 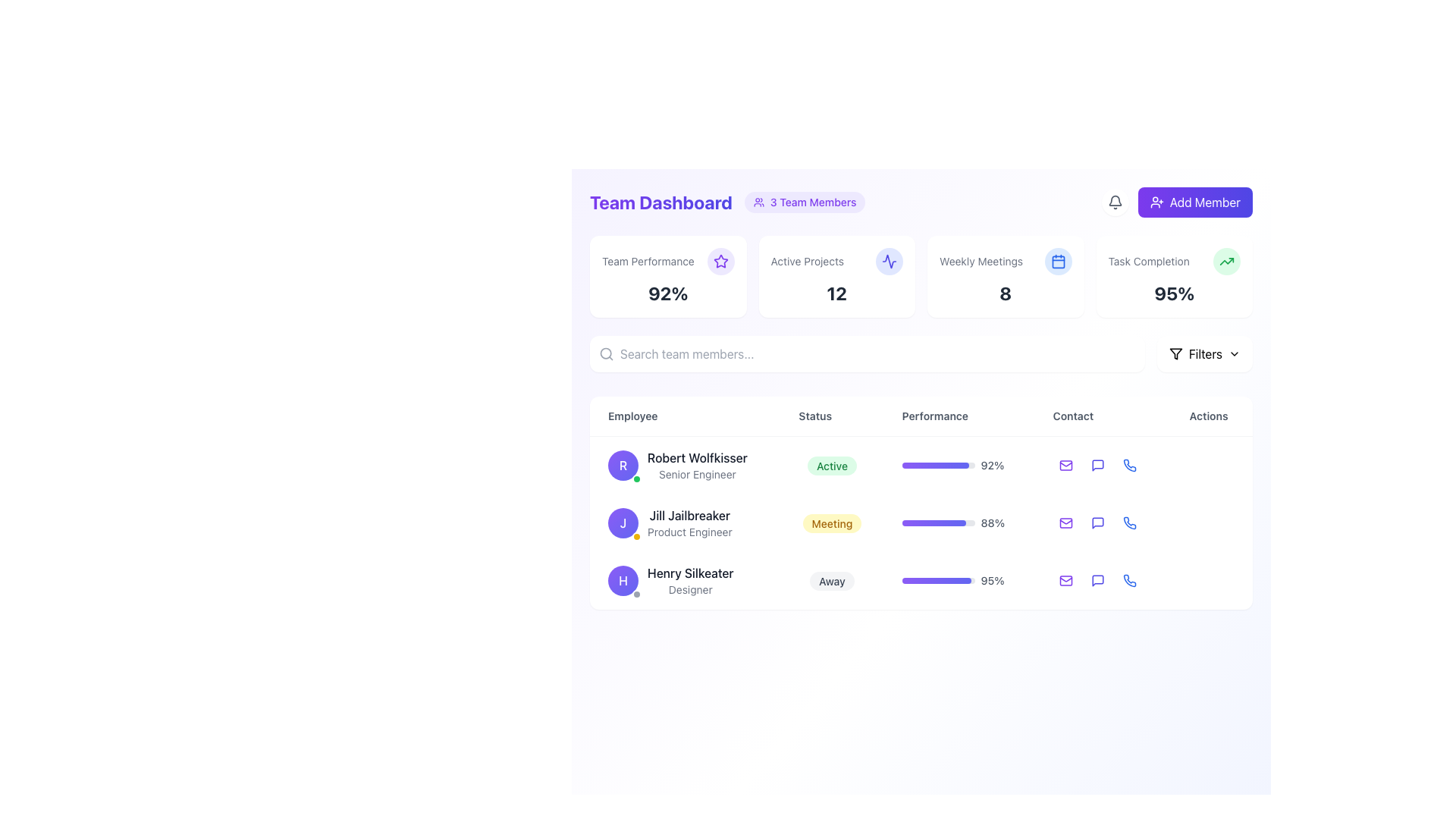 What do you see at coordinates (920, 416) in the screenshot?
I see `the header text labeled 'Performance', which is styled with a modern sans-serif font and positioned between the headers 'Status' and 'Contact'` at bounding box center [920, 416].